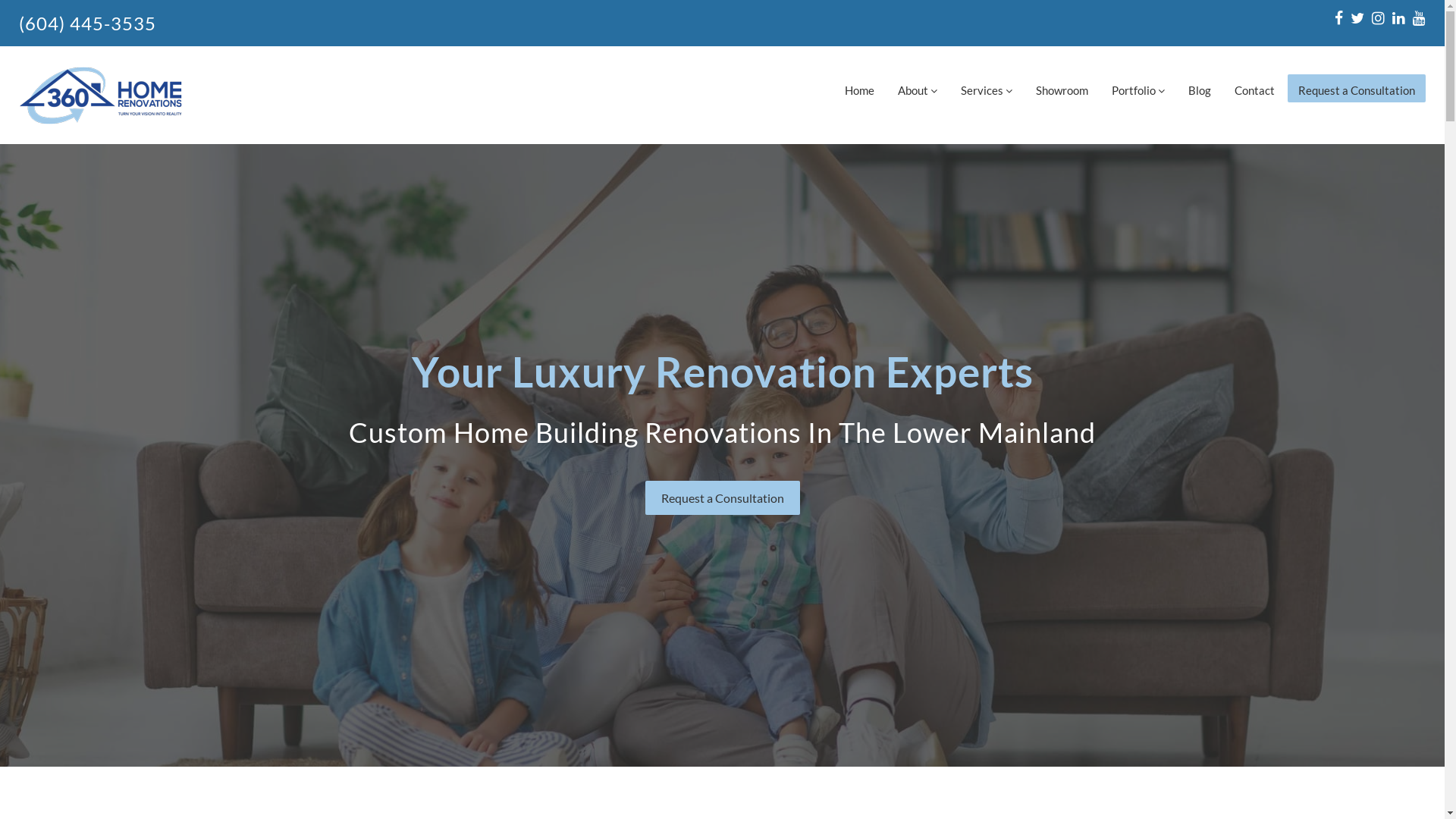 The image size is (1456, 819). What do you see at coordinates (1357, 88) in the screenshot?
I see `'Request a Consultation'` at bounding box center [1357, 88].